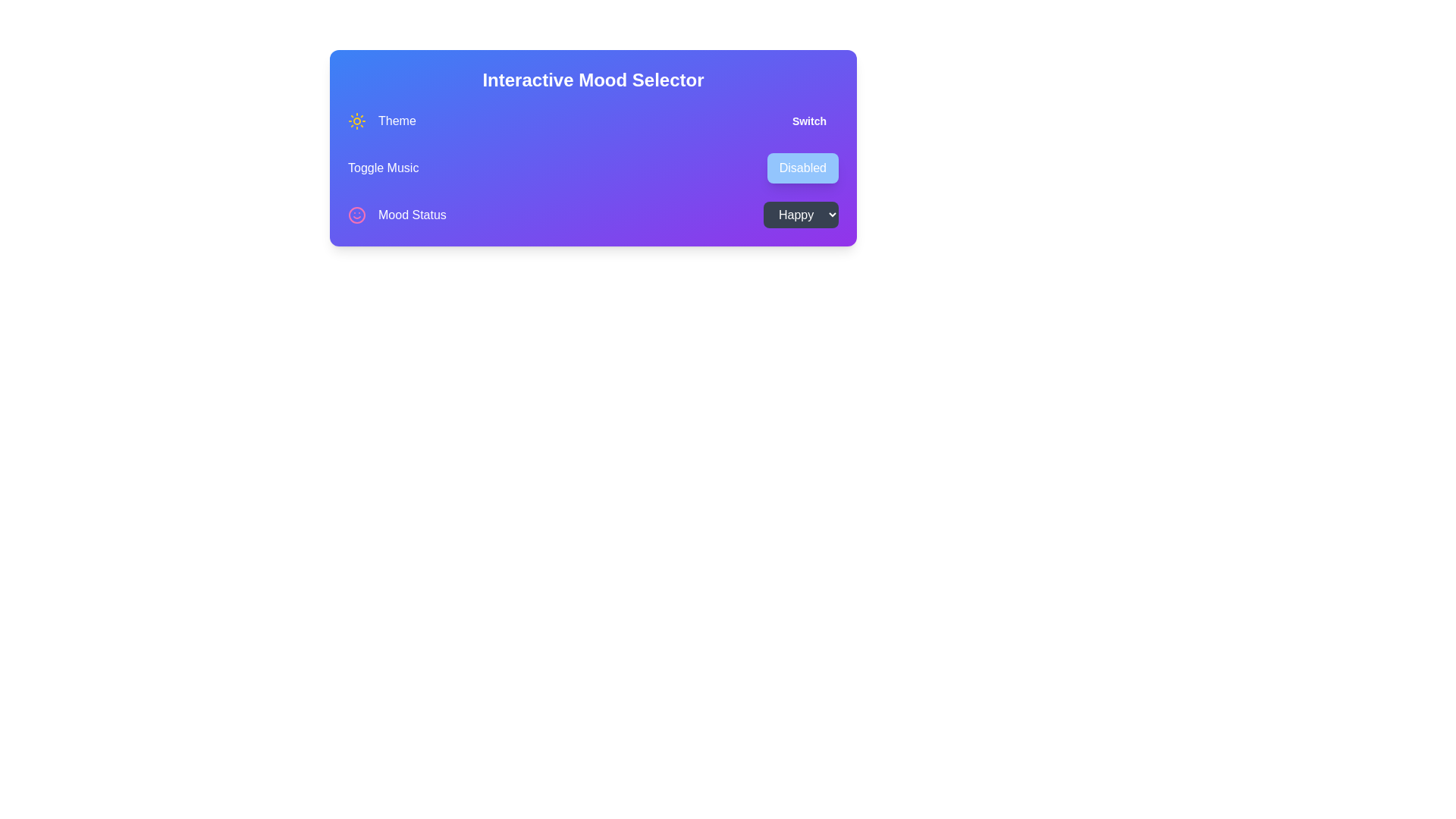  What do you see at coordinates (356, 214) in the screenshot?
I see `properties of the pink circular SVG element representing a smiling face, which is part of the 'Mood Status' indicator` at bounding box center [356, 214].